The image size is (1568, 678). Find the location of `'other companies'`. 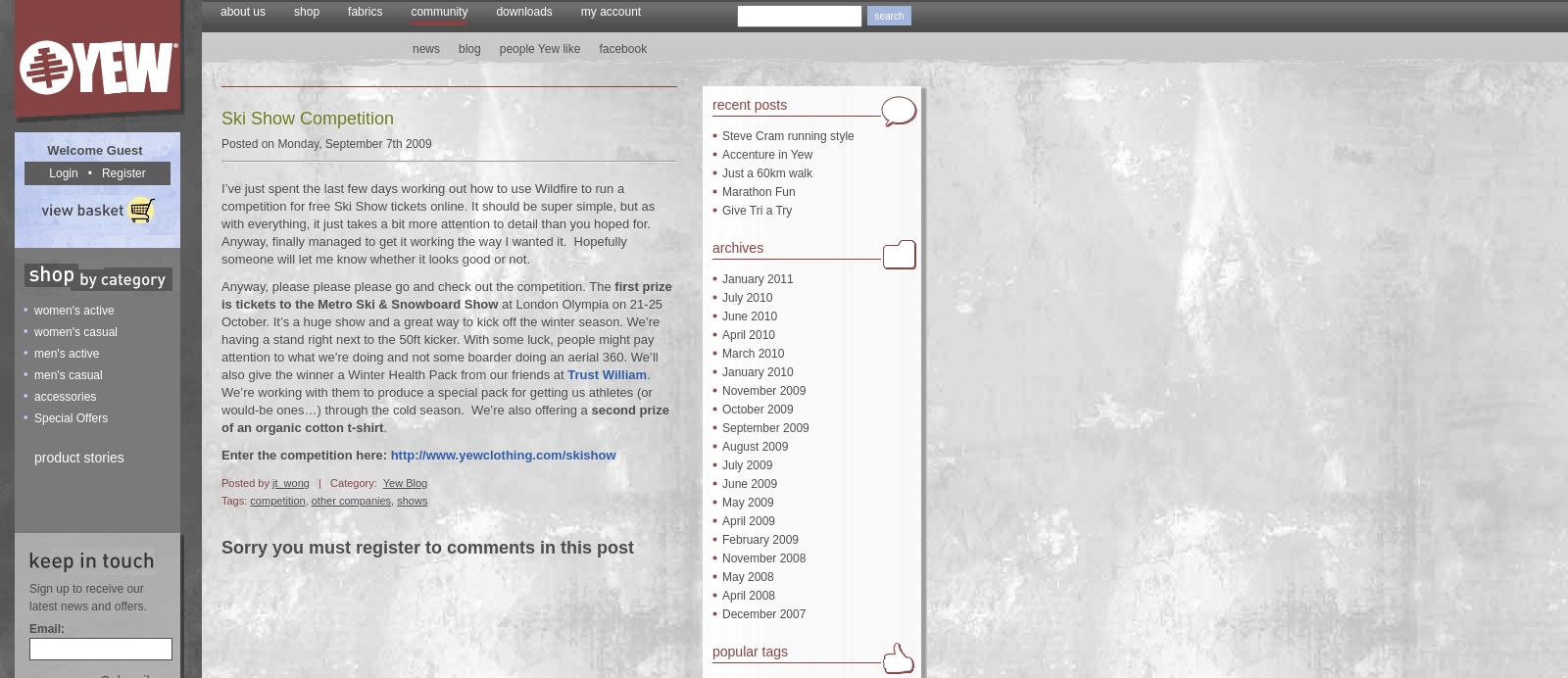

'other companies' is located at coordinates (310, 499).